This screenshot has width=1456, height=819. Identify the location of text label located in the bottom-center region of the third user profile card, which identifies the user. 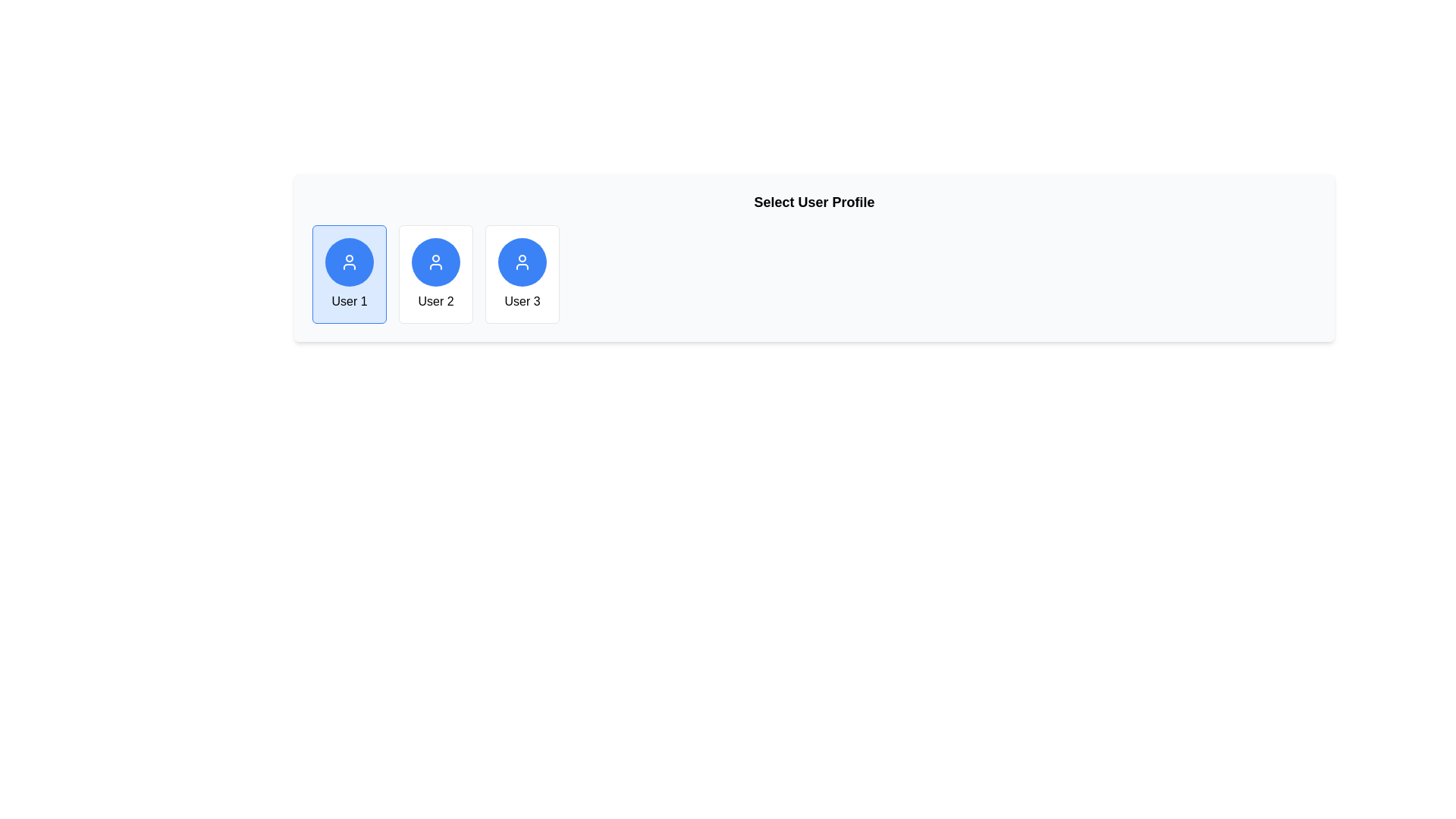
(522, 301).